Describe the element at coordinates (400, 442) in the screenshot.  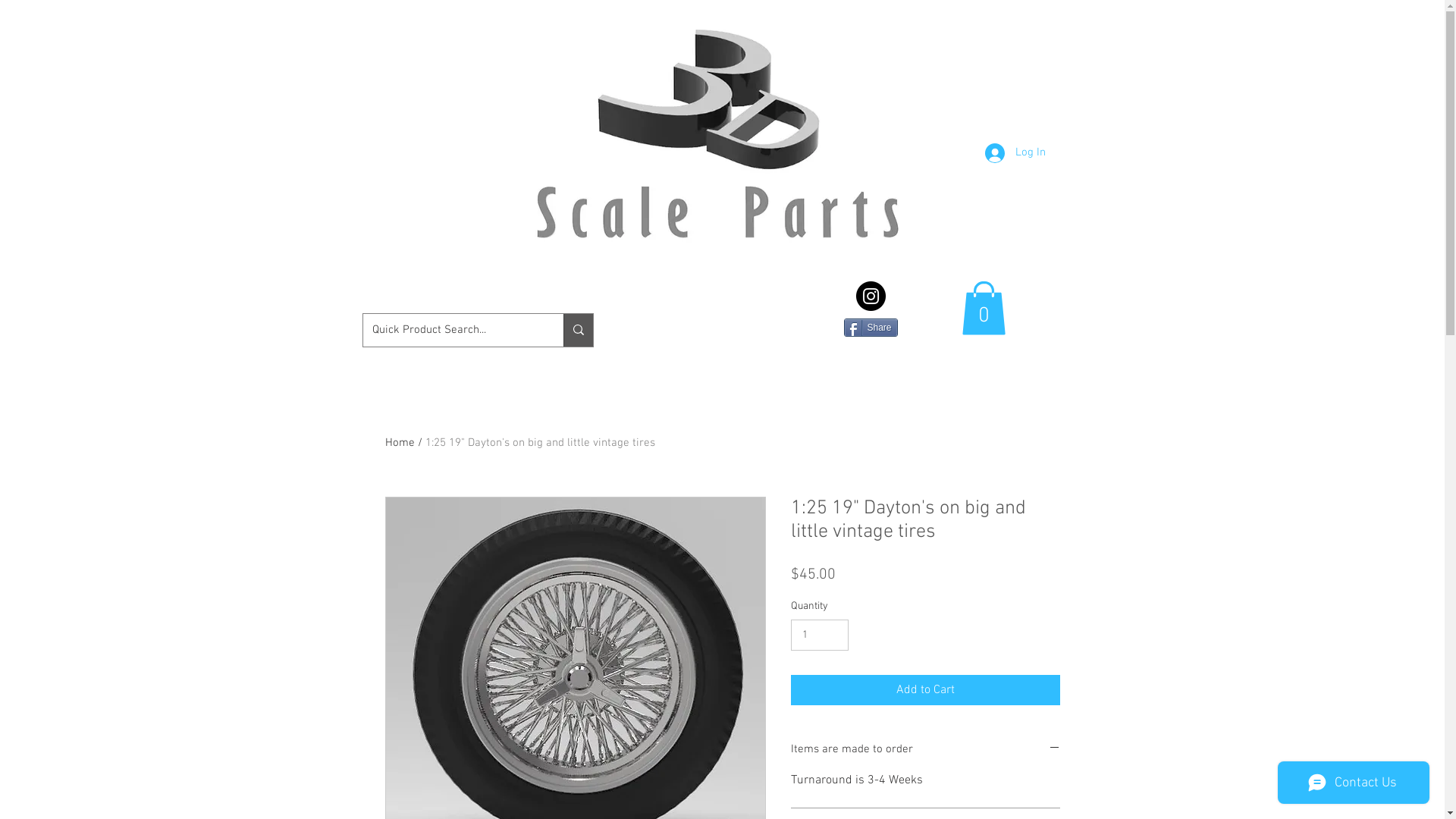
I see `'Home'` at that location.